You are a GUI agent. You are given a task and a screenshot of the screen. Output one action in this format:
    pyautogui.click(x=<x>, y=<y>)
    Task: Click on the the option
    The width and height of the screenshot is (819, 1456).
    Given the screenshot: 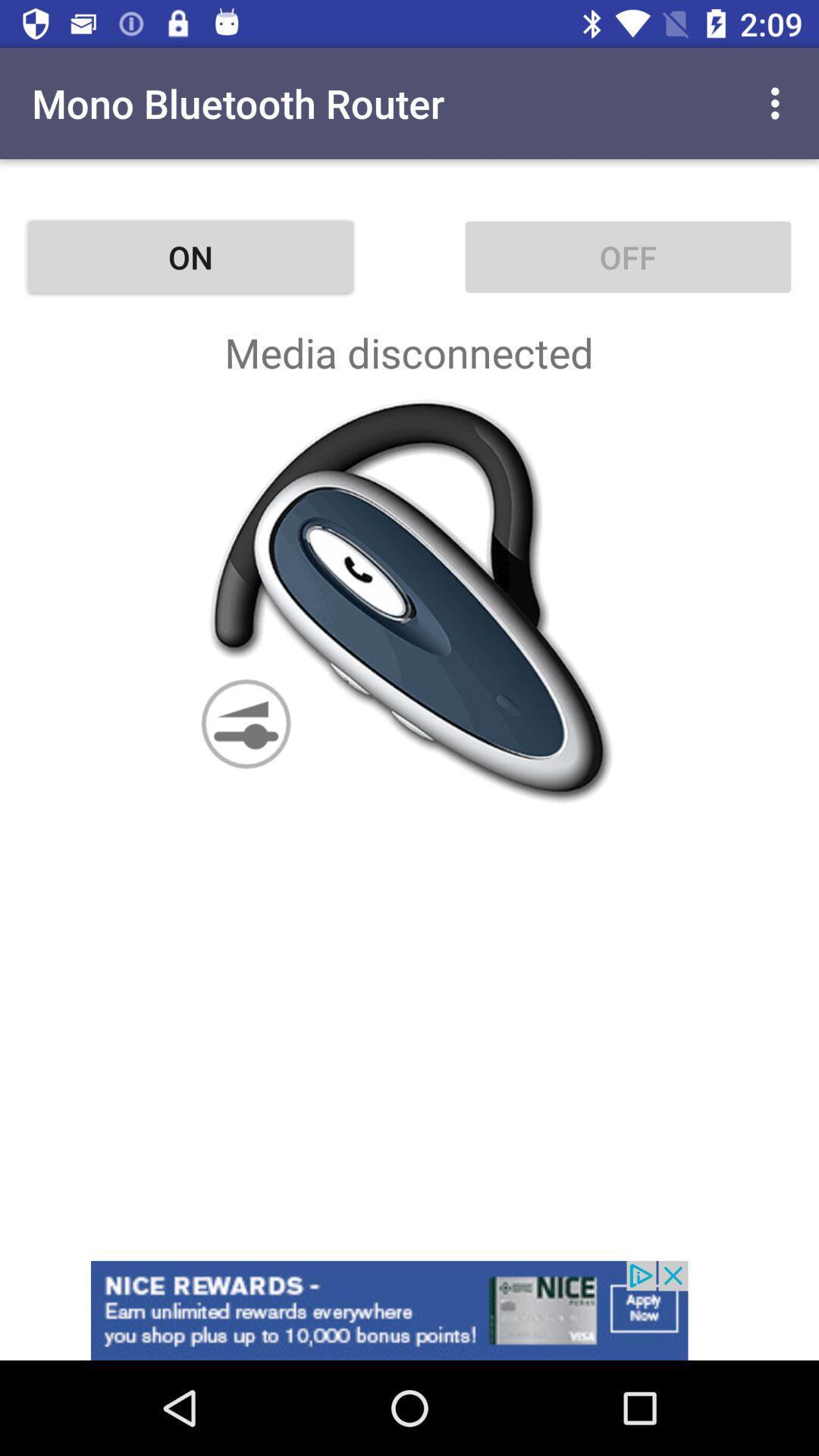 What is the action you would take?
    pyautogui.click(x=409, y=1310)
    